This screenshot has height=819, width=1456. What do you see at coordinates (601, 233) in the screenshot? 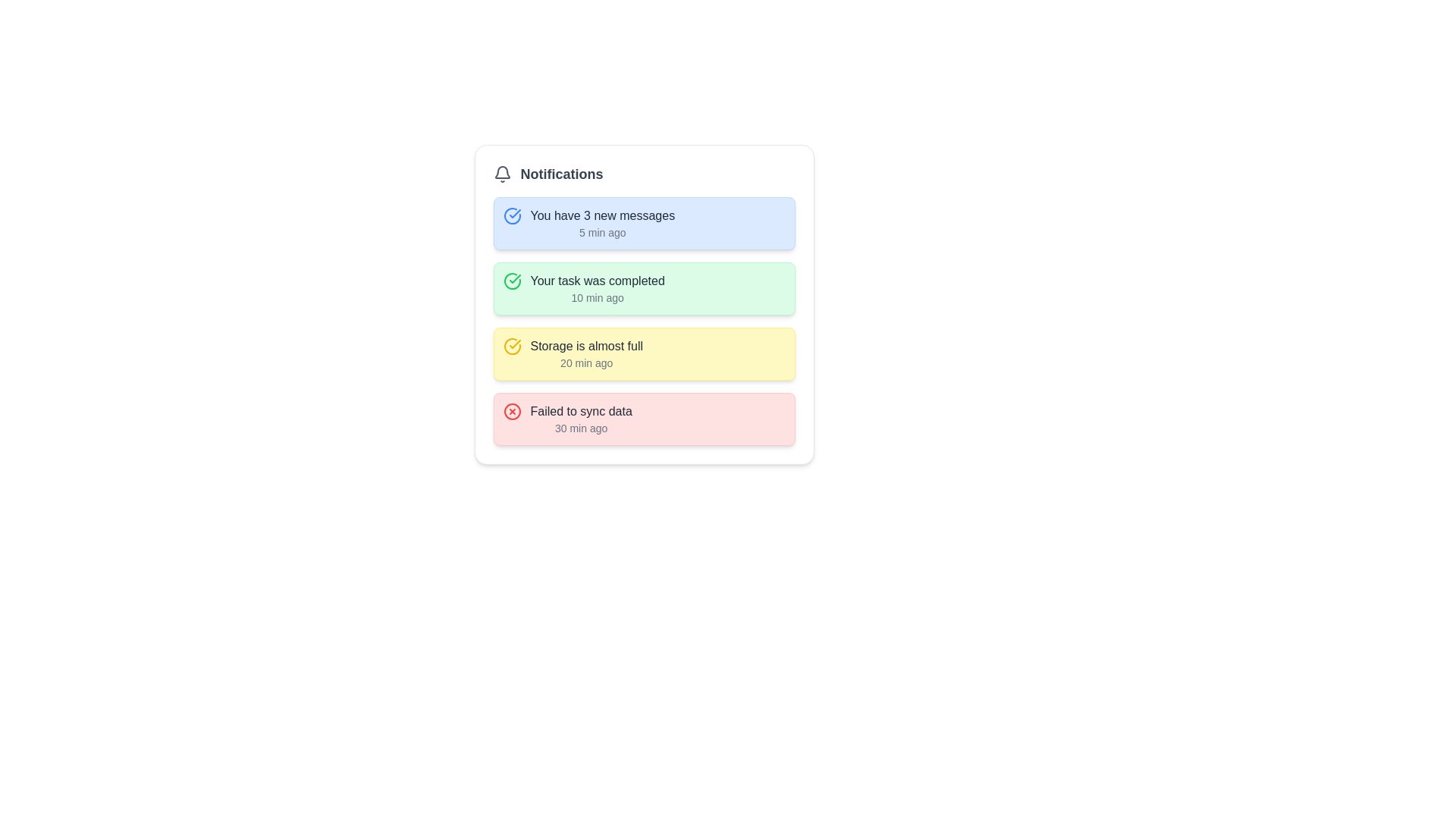
I see `text label displaying '5 min ago' located beneath the message 'You have 3 new messages' in the first notification card` at bounding box center [601, 233].